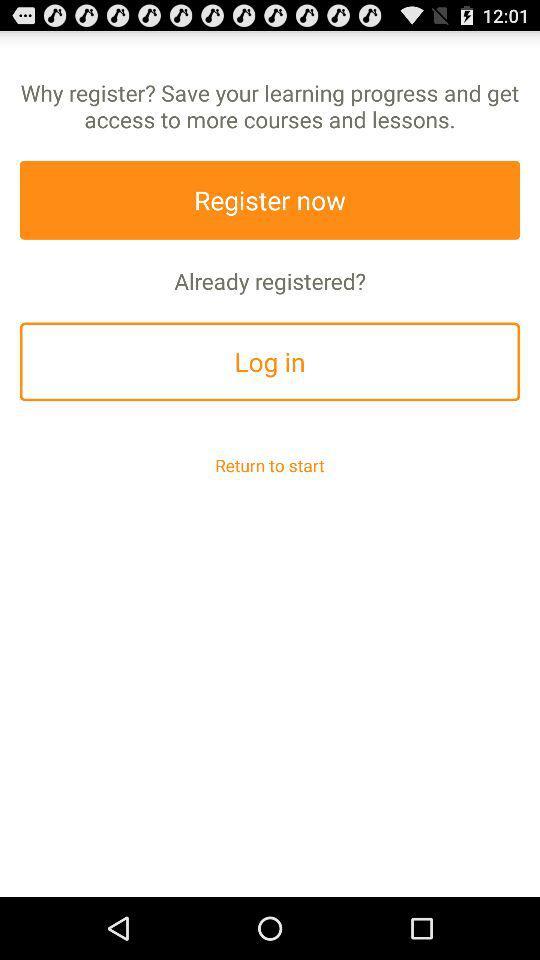 This screenshot has height=960, width=540. I want to click on the register now app, so click(270, 200).